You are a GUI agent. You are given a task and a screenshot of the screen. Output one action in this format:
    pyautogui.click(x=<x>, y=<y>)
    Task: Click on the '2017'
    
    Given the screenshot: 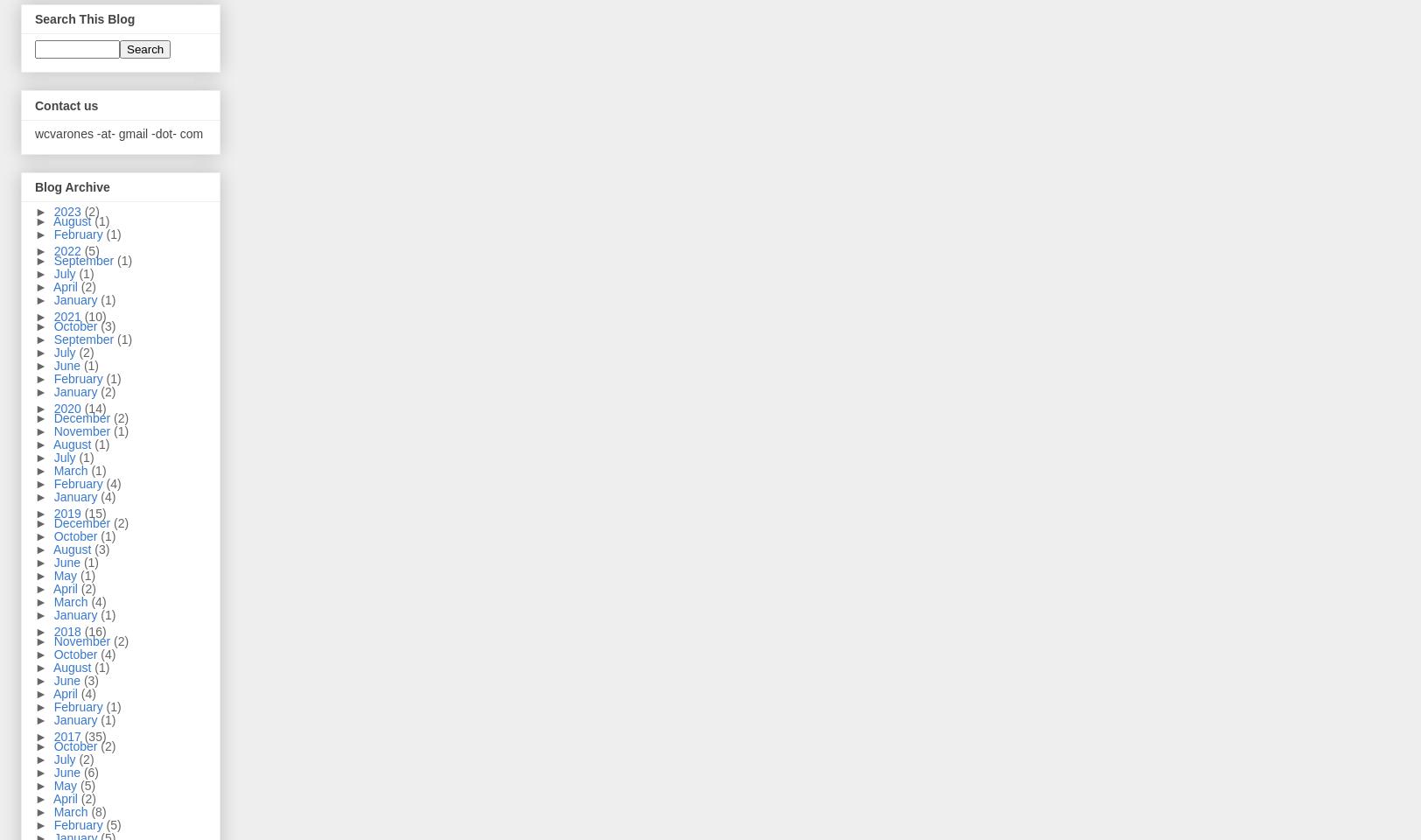 What is the action you would take?
    pyautogui.click(x=68, y=735)
    